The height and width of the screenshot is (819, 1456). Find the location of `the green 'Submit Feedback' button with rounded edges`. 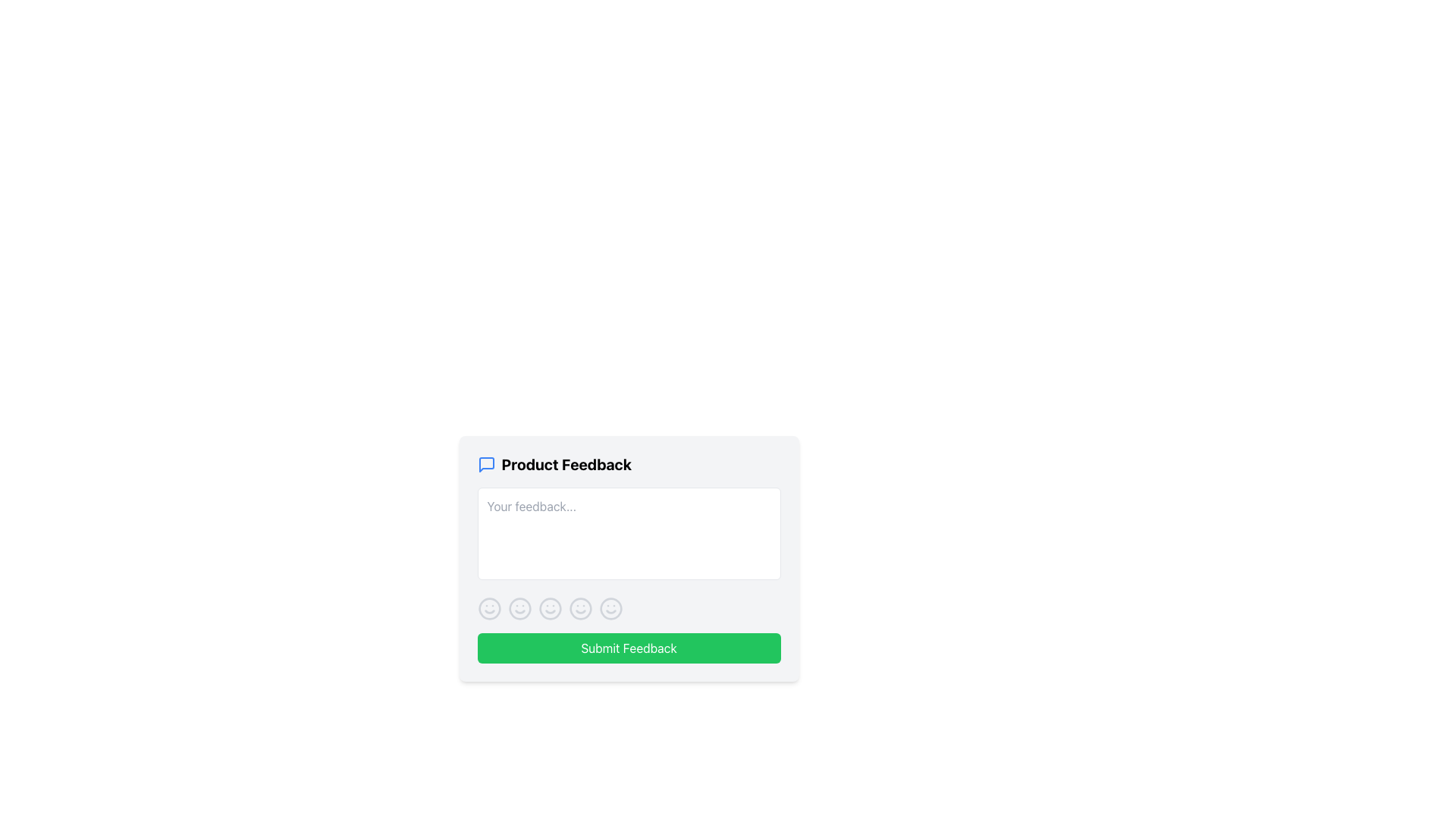

the green 'Submit Feedback' button with rounded edges is located at coordinates (629, 648).